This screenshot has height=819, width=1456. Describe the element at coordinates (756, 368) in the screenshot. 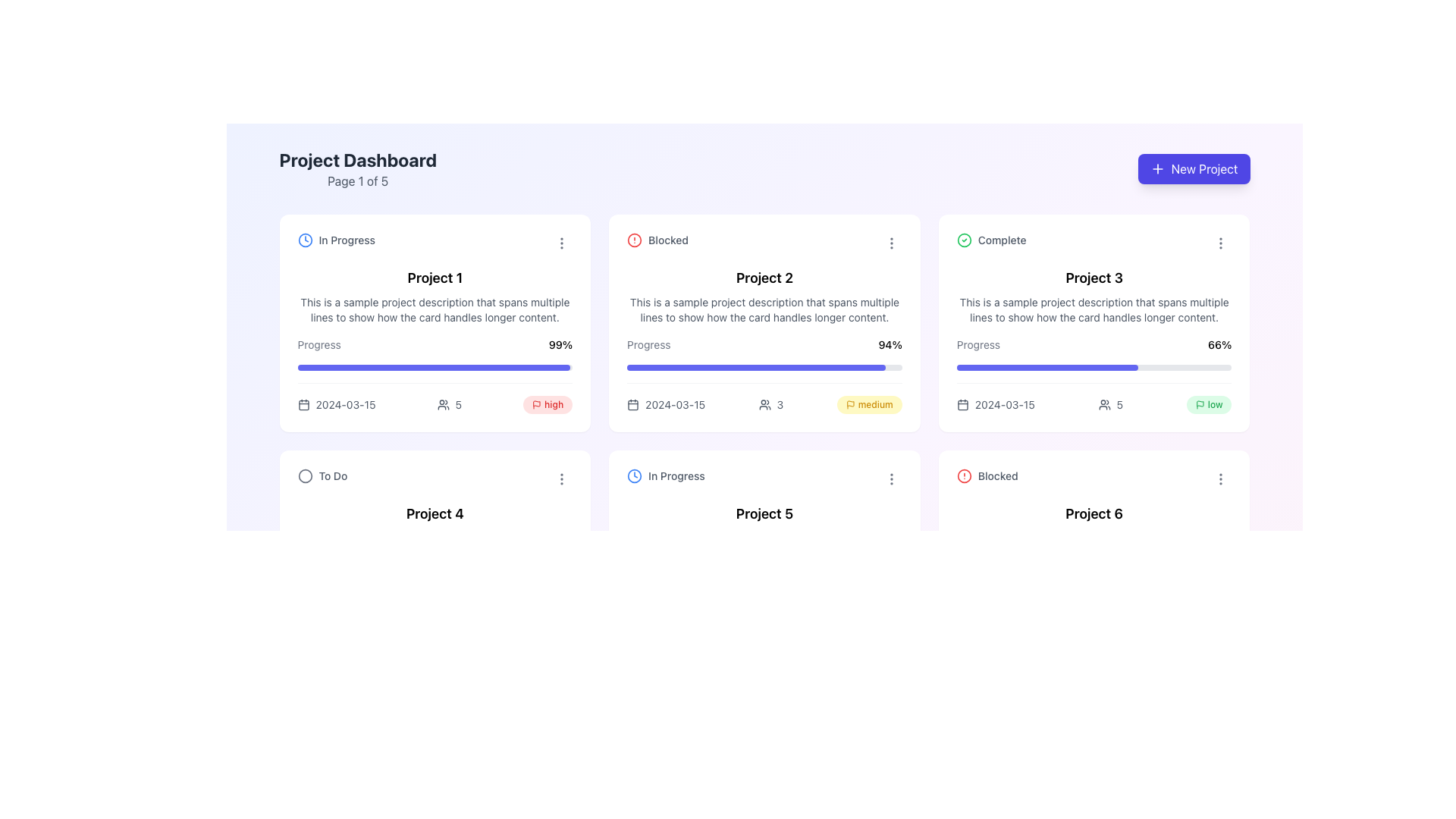

I see `progress indicator bar within the 'Project 2' card, which is a solid indigo-colored bar representing 94% progress in the project dashboard layout` at that location.